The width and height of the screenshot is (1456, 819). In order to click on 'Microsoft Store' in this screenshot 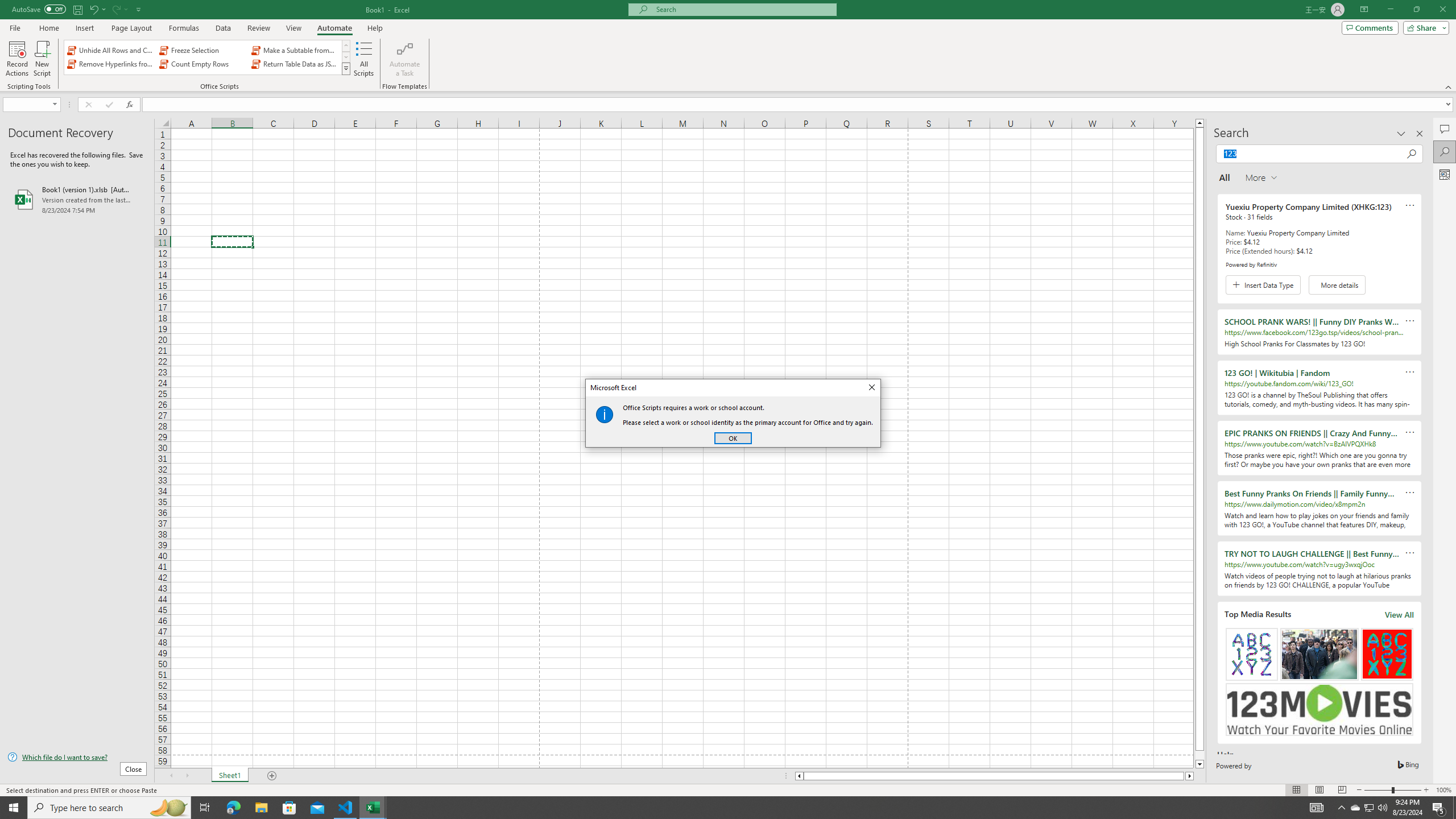, I will do `click(289, 806)`.